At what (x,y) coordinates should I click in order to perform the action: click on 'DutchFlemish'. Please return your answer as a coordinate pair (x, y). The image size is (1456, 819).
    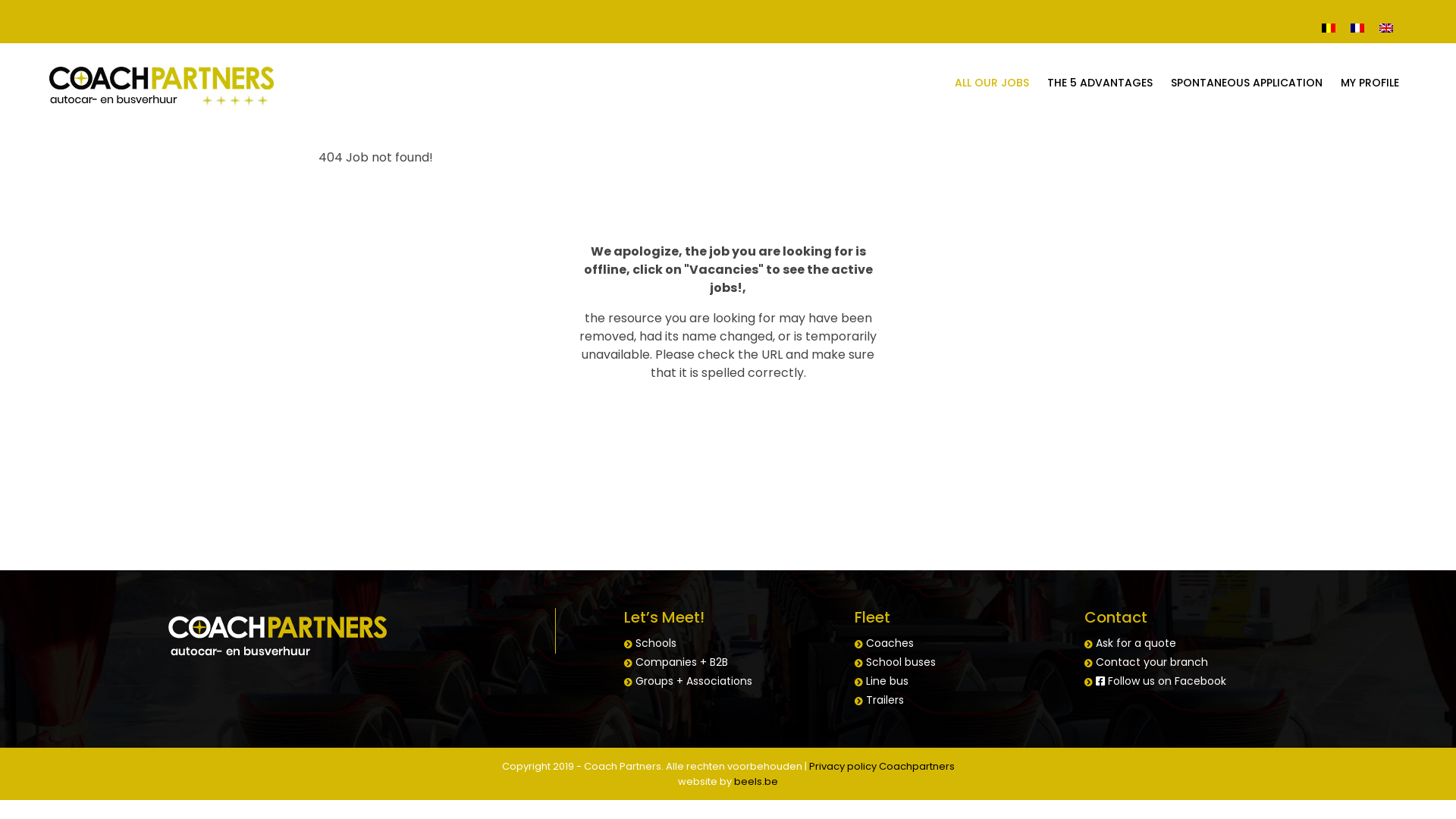
    Looking at the image, I should click on (1328, 27).